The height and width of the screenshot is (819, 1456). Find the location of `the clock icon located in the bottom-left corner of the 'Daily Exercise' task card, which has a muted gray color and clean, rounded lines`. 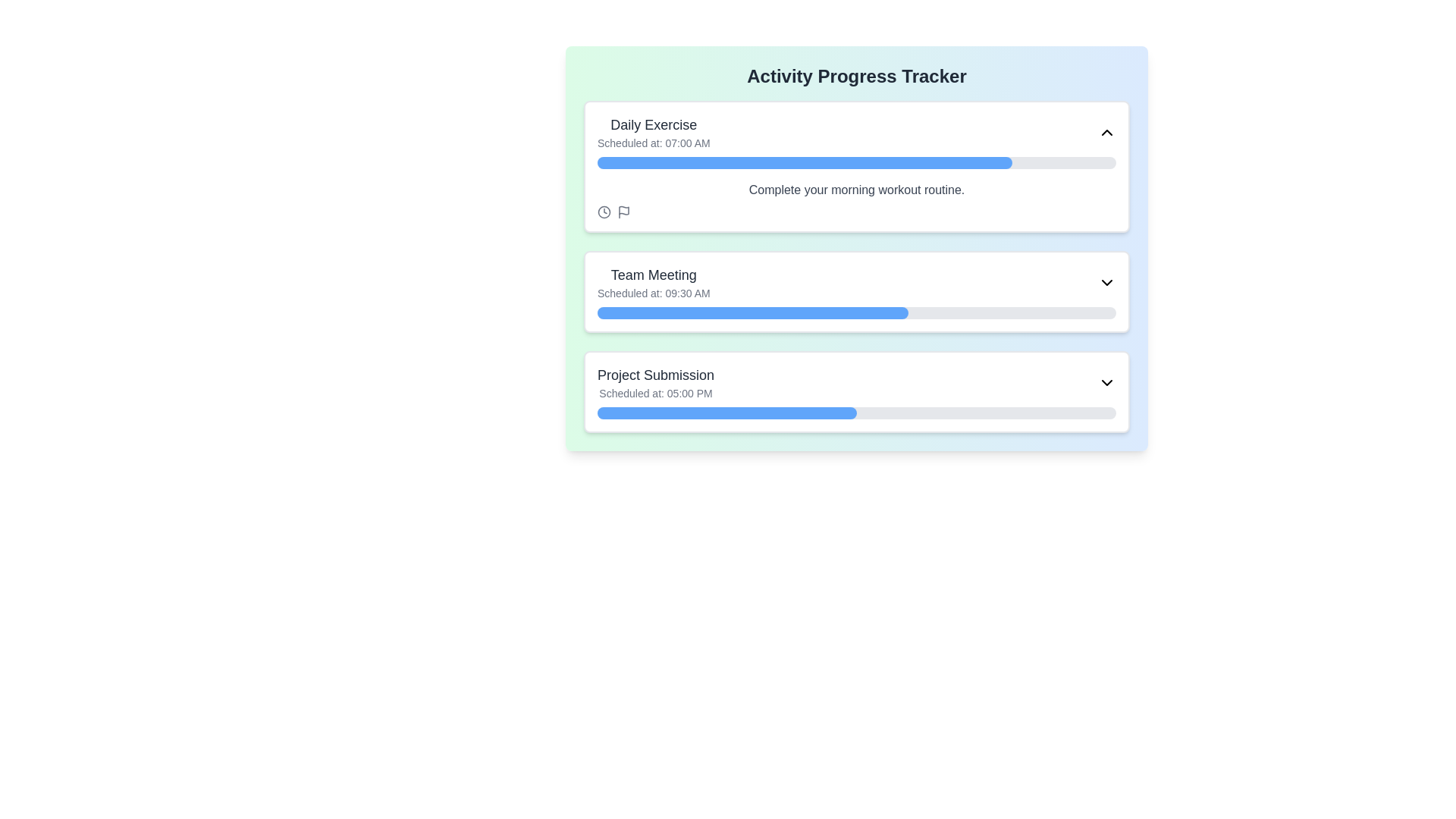

the clock icon located in the bottom-left corner of the 'Daily Exercise' task card, which has a muted gray color and clean, rounded lines is located at coordinates (603, 212).